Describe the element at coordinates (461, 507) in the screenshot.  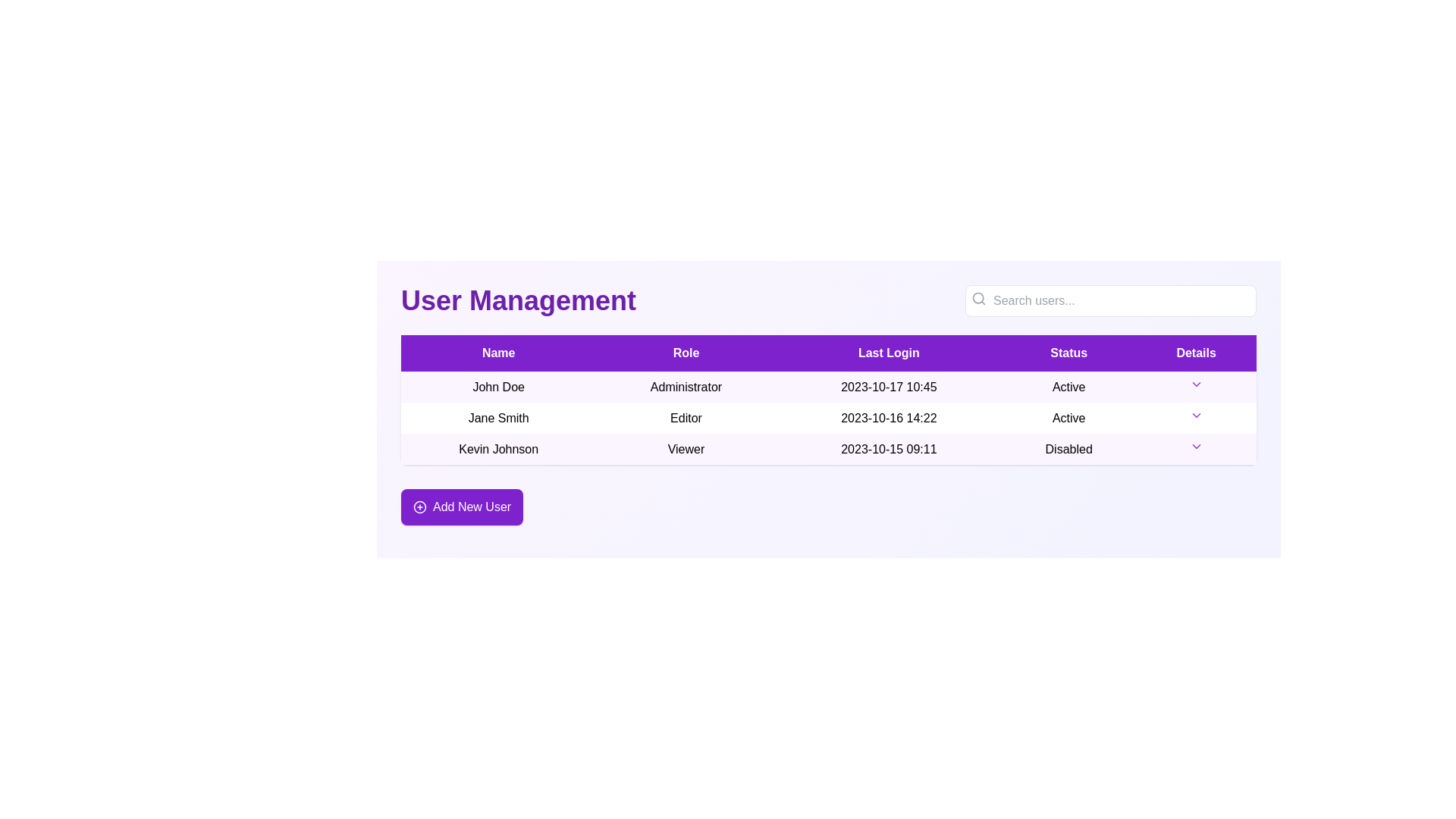
I see `the purple rectangular button with rounded edges that has the text 'Add New User' and a plus sign icon` at that location.